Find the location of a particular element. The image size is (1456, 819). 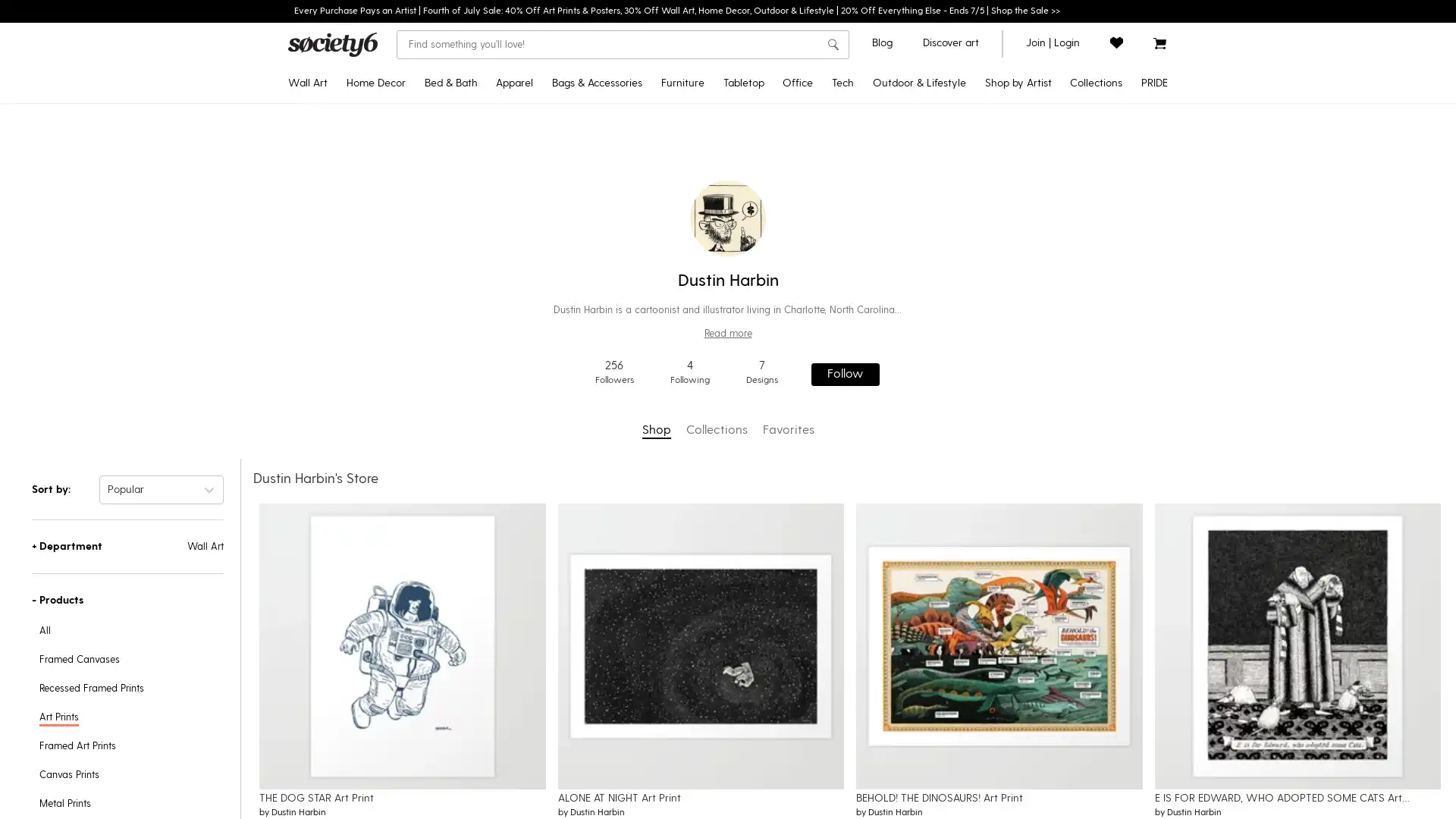

Wood Wall Art is located at coordinates (356, 366).